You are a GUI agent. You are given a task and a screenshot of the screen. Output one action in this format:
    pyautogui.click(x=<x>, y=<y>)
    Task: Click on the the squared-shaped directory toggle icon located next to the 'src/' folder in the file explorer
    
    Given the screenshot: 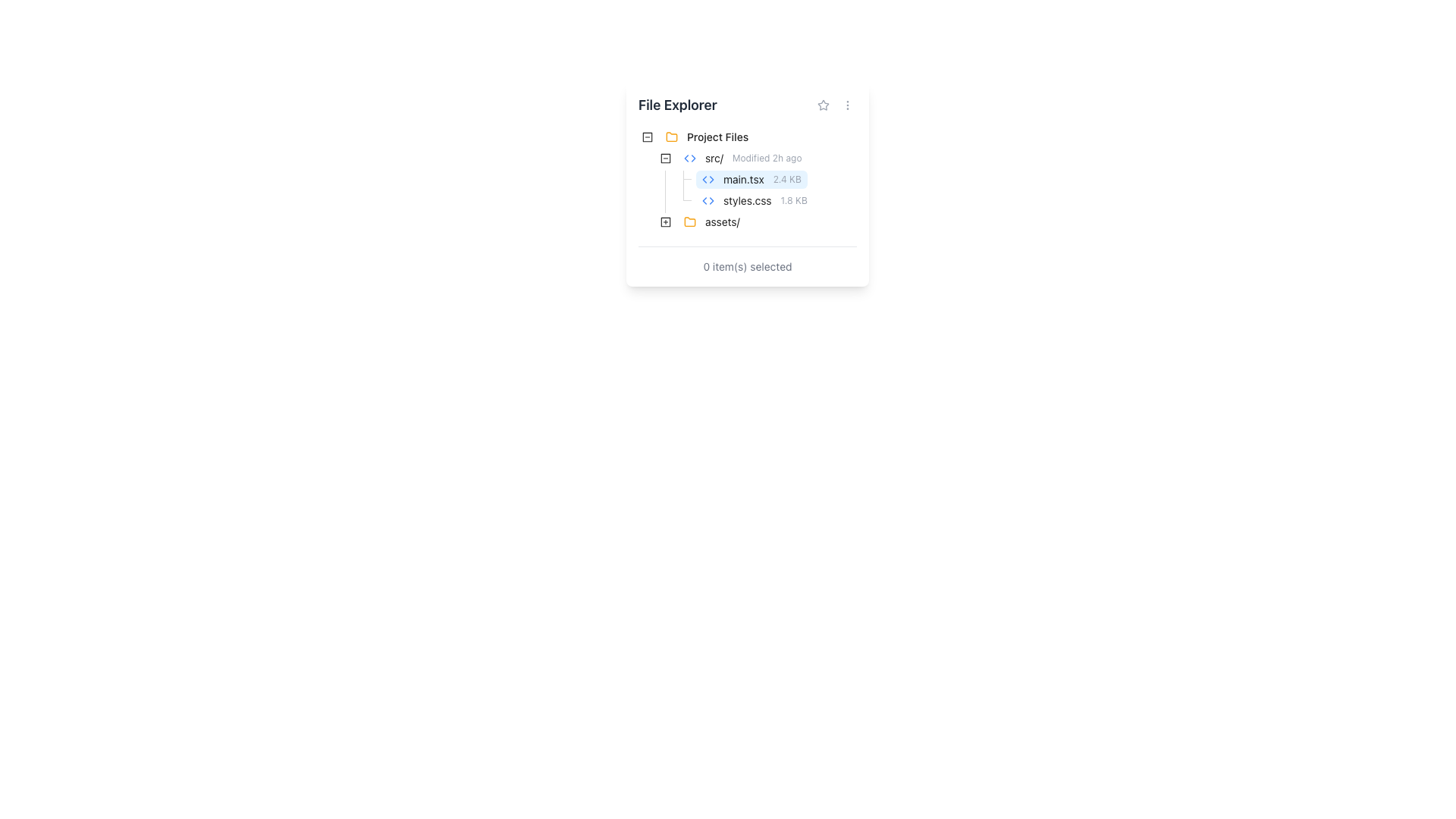 What is the action you would take?
    pyautogui.click(x=666, y=158)
    